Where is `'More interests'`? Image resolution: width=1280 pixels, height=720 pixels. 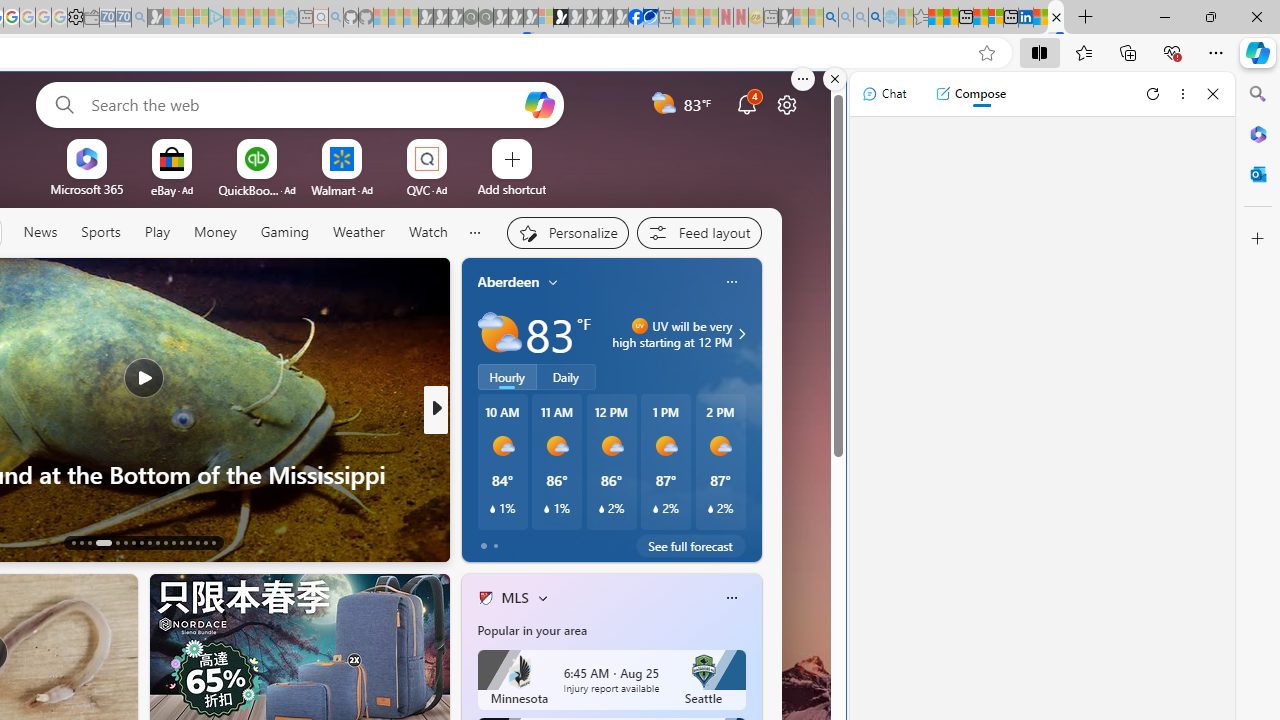 'More interests' is located at coordinates (542, 596).